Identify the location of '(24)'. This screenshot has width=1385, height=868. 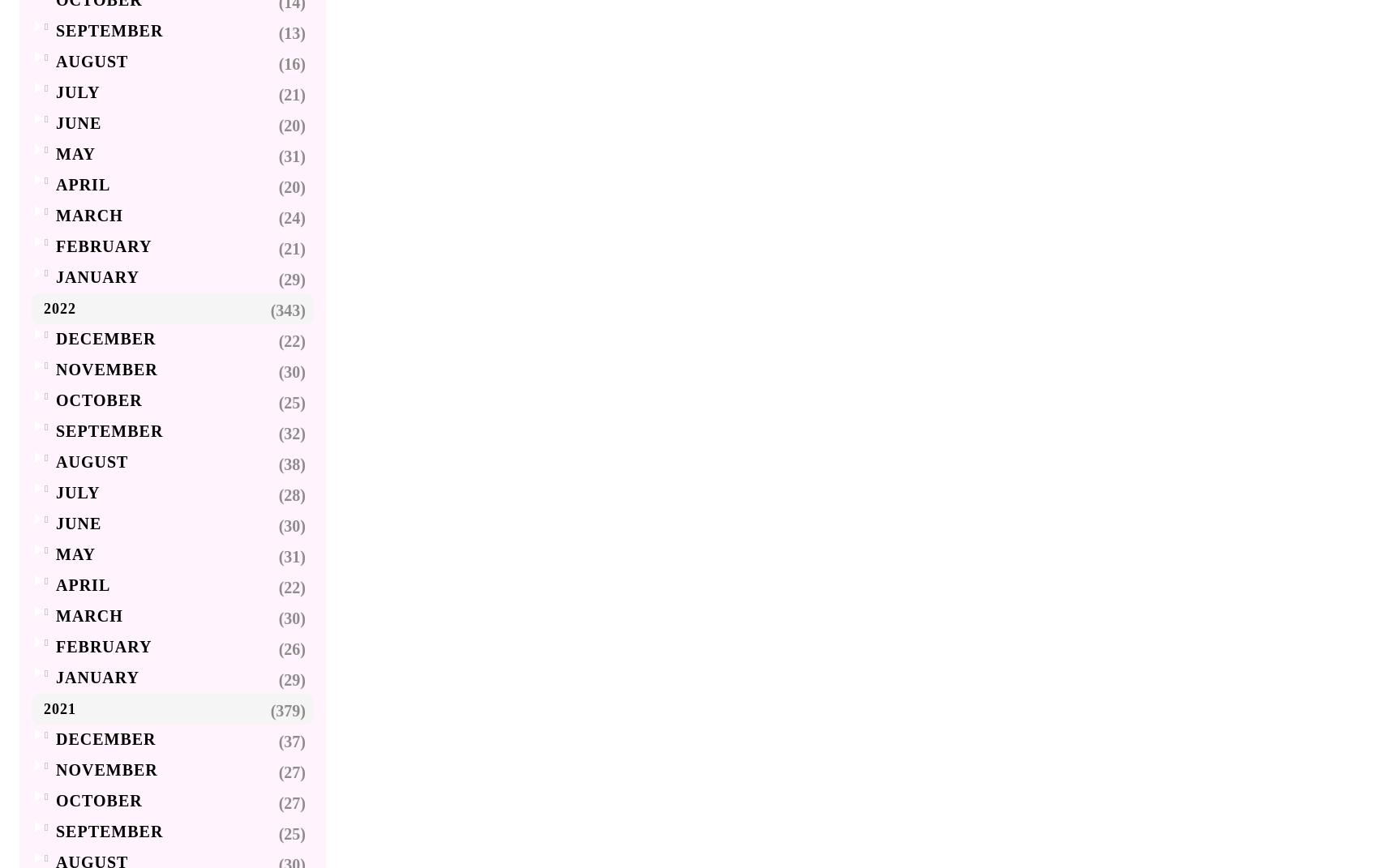
(292, 218).